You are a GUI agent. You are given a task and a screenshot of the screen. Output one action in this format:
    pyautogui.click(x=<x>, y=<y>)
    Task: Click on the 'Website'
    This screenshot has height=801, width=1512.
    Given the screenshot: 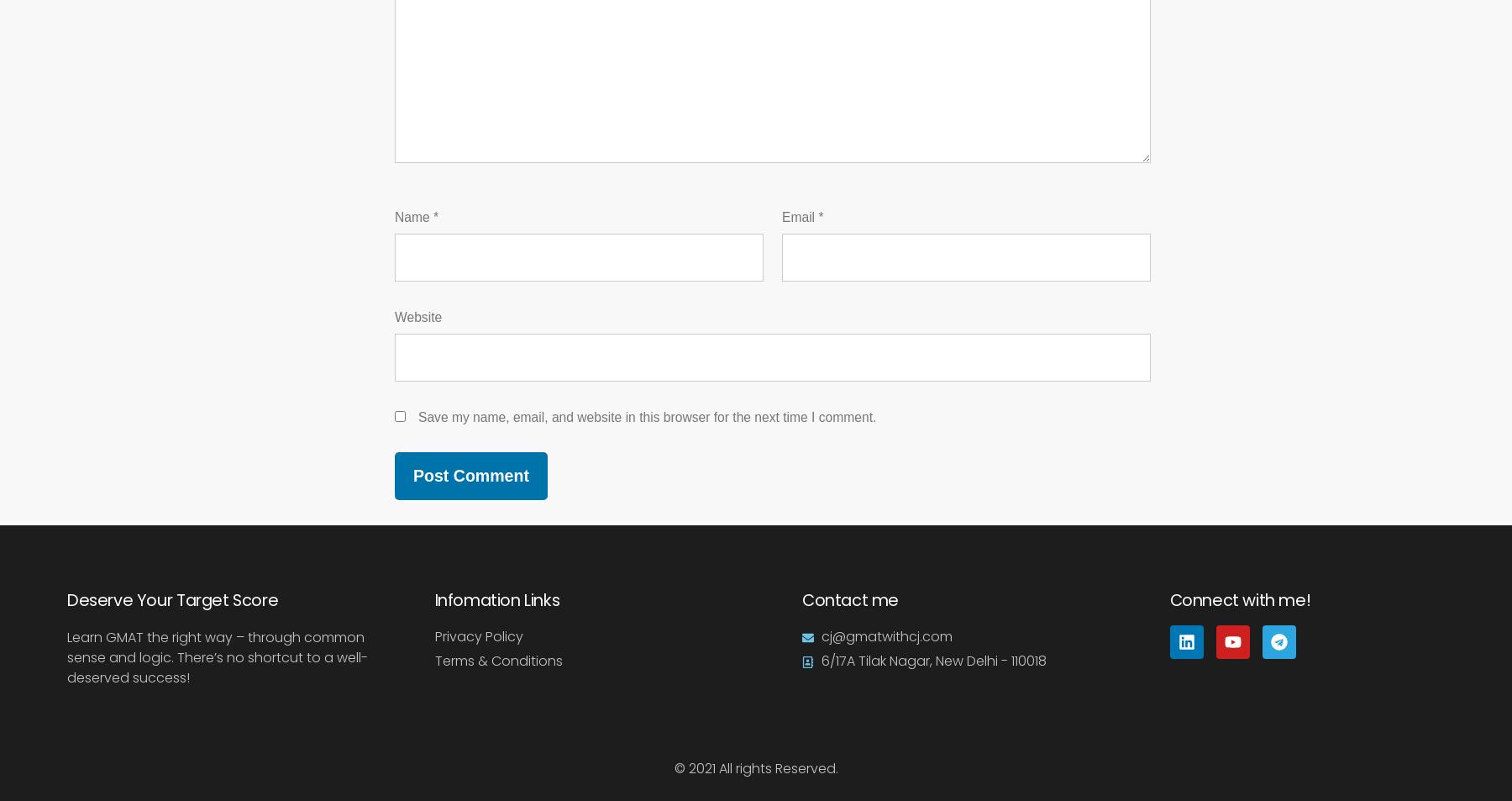 What is the action you would take?
    pyautogui.click(x=417, y=315)
    